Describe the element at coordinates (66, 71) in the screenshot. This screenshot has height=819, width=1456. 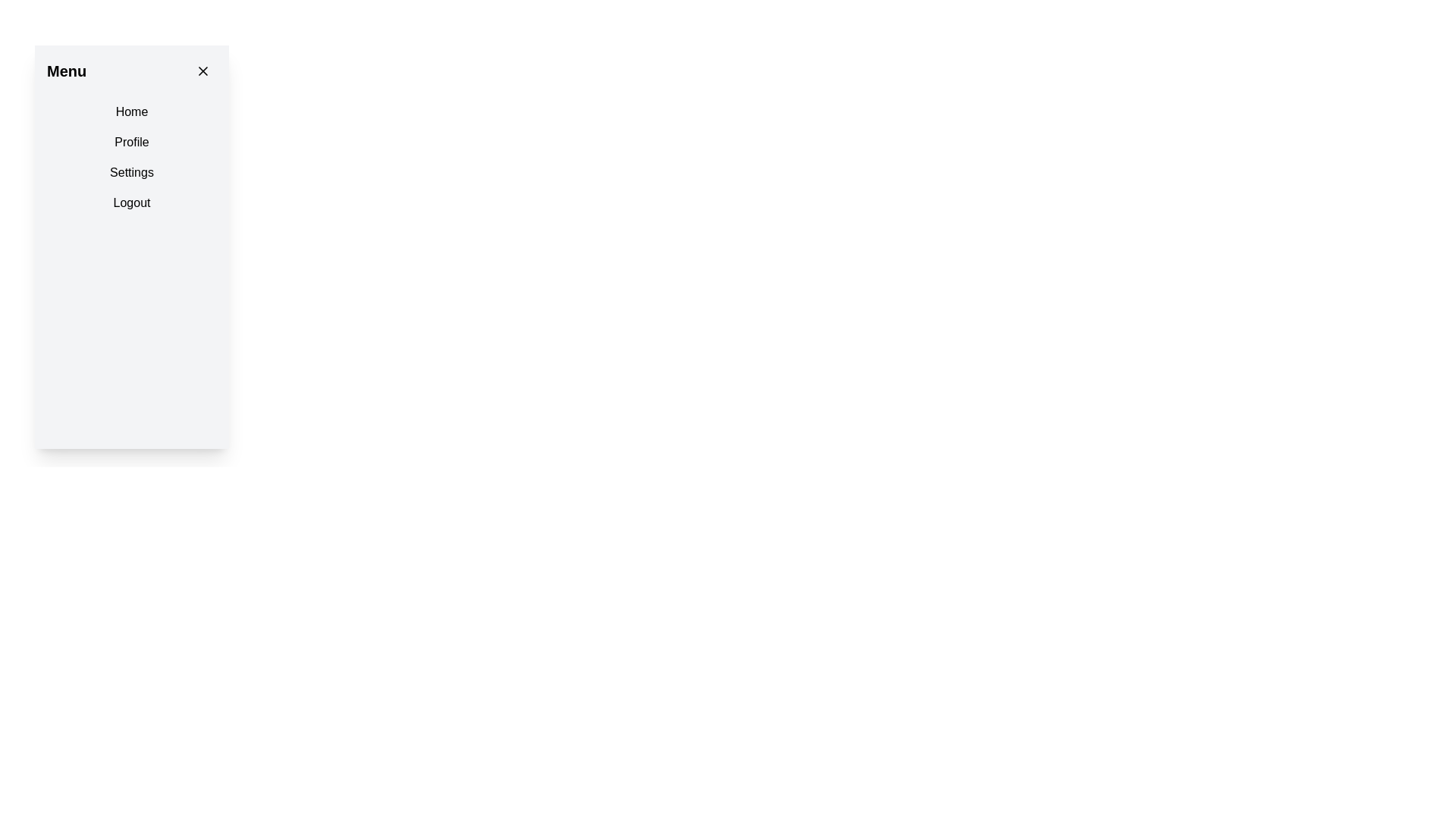
I see `the 'Menu' text label, which is a bold font style element located at the top-left corner of the sidebar menu` at that location.